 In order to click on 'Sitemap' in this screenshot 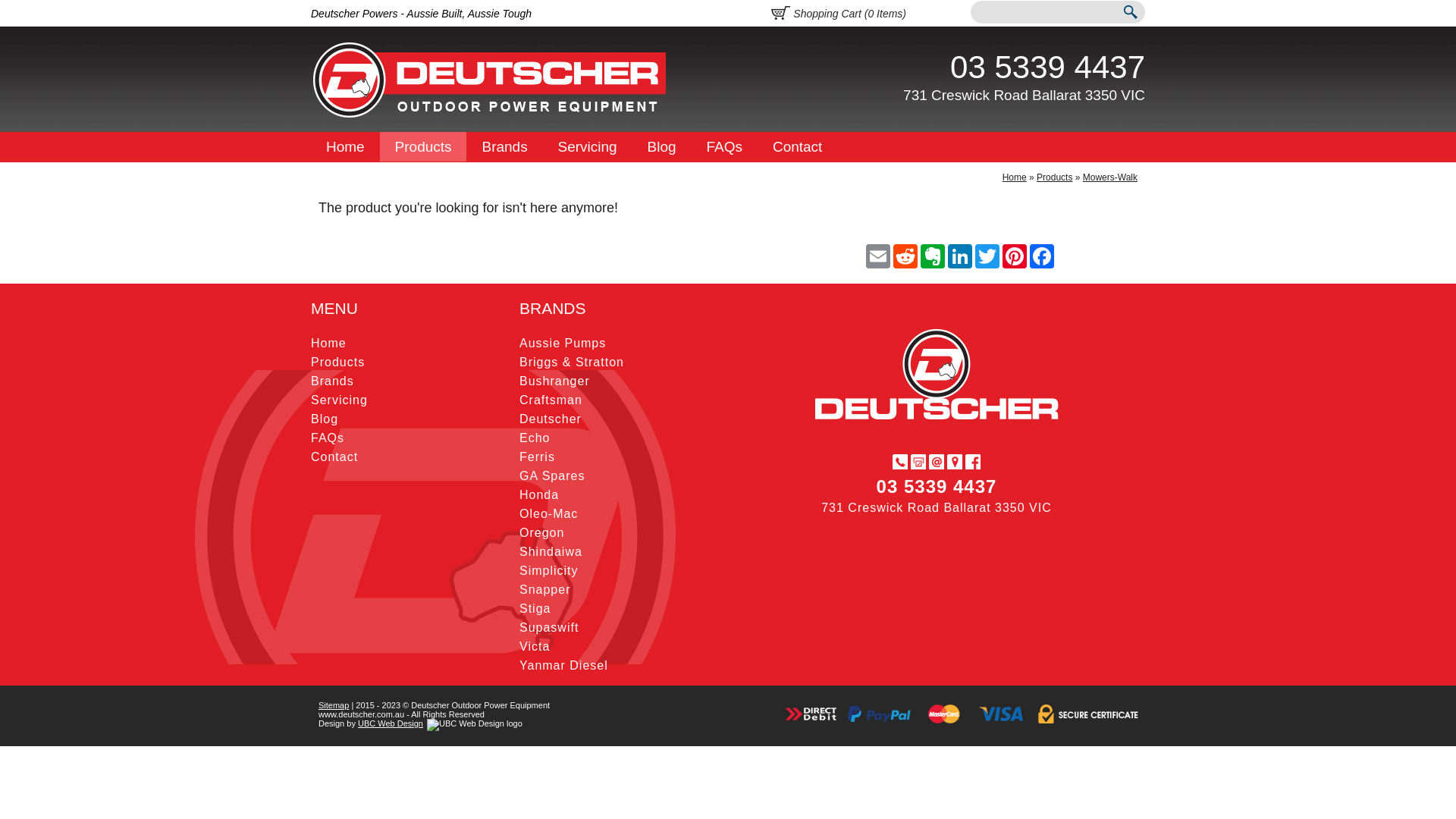, I will do `click(333, 704)`.